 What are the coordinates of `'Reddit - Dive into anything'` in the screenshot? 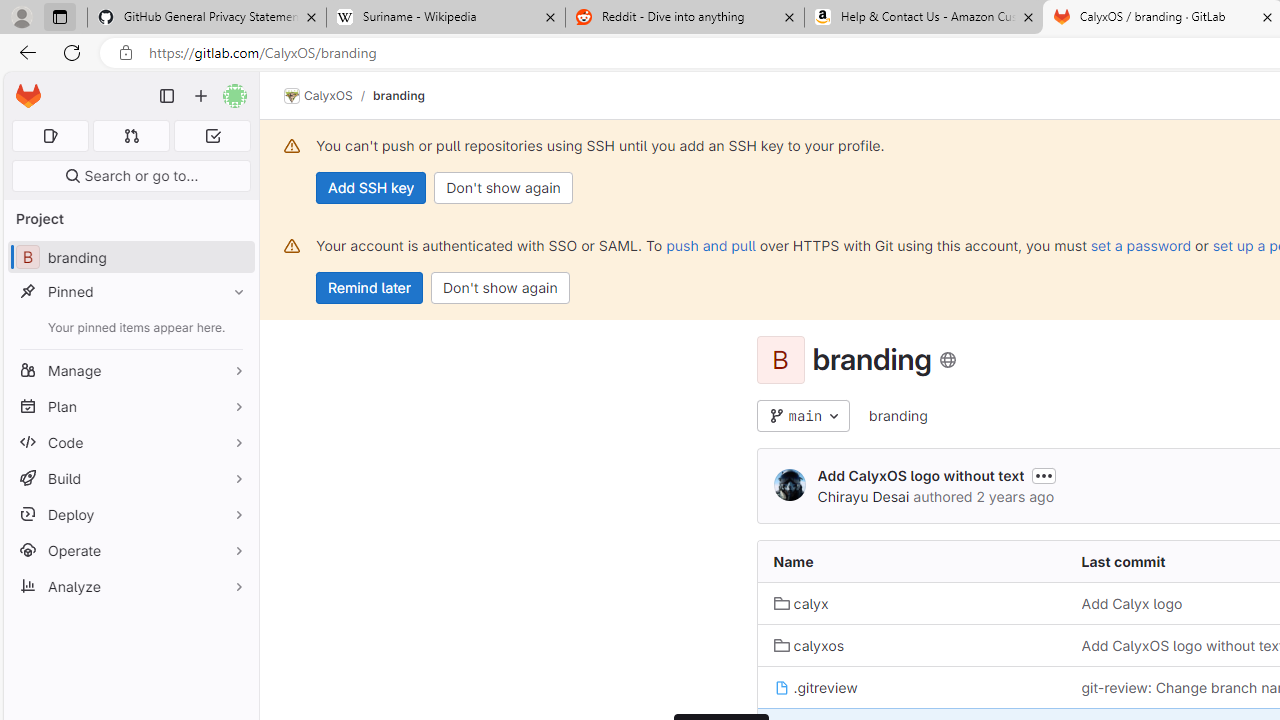 It's located at (684, 17).